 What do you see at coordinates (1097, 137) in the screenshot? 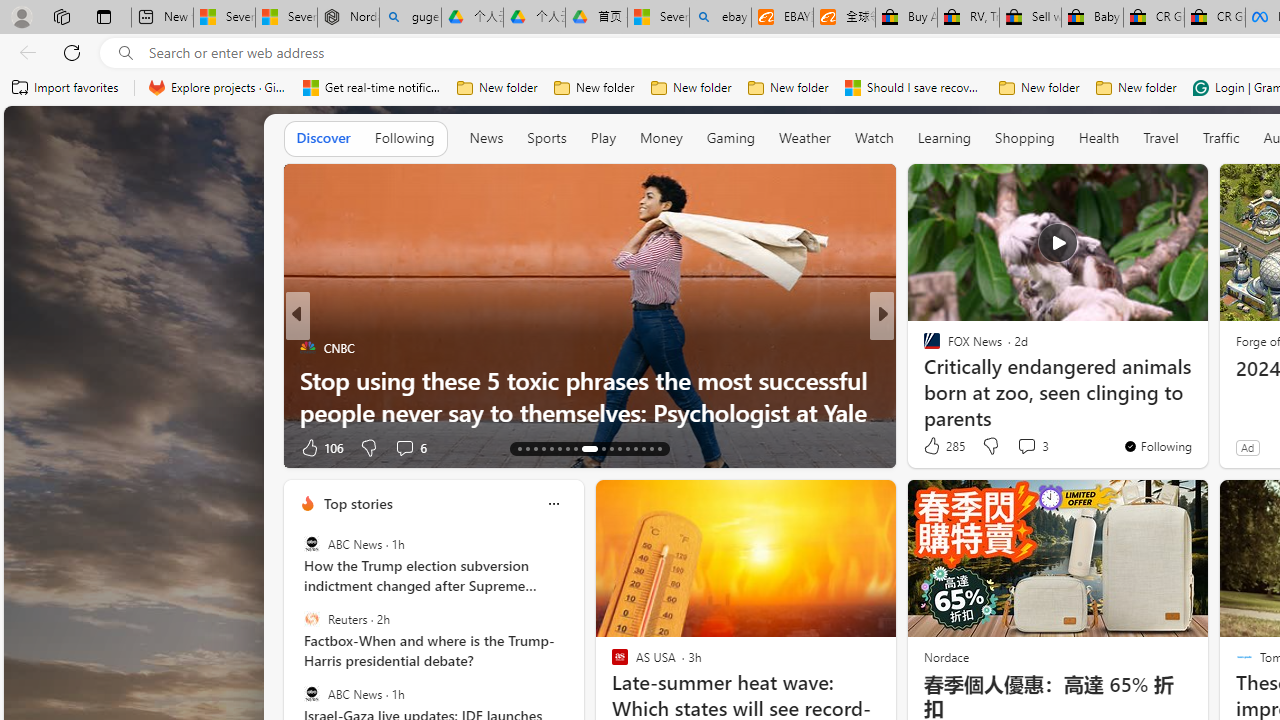
I see `'Health'` at bounding box center [1097, 137].